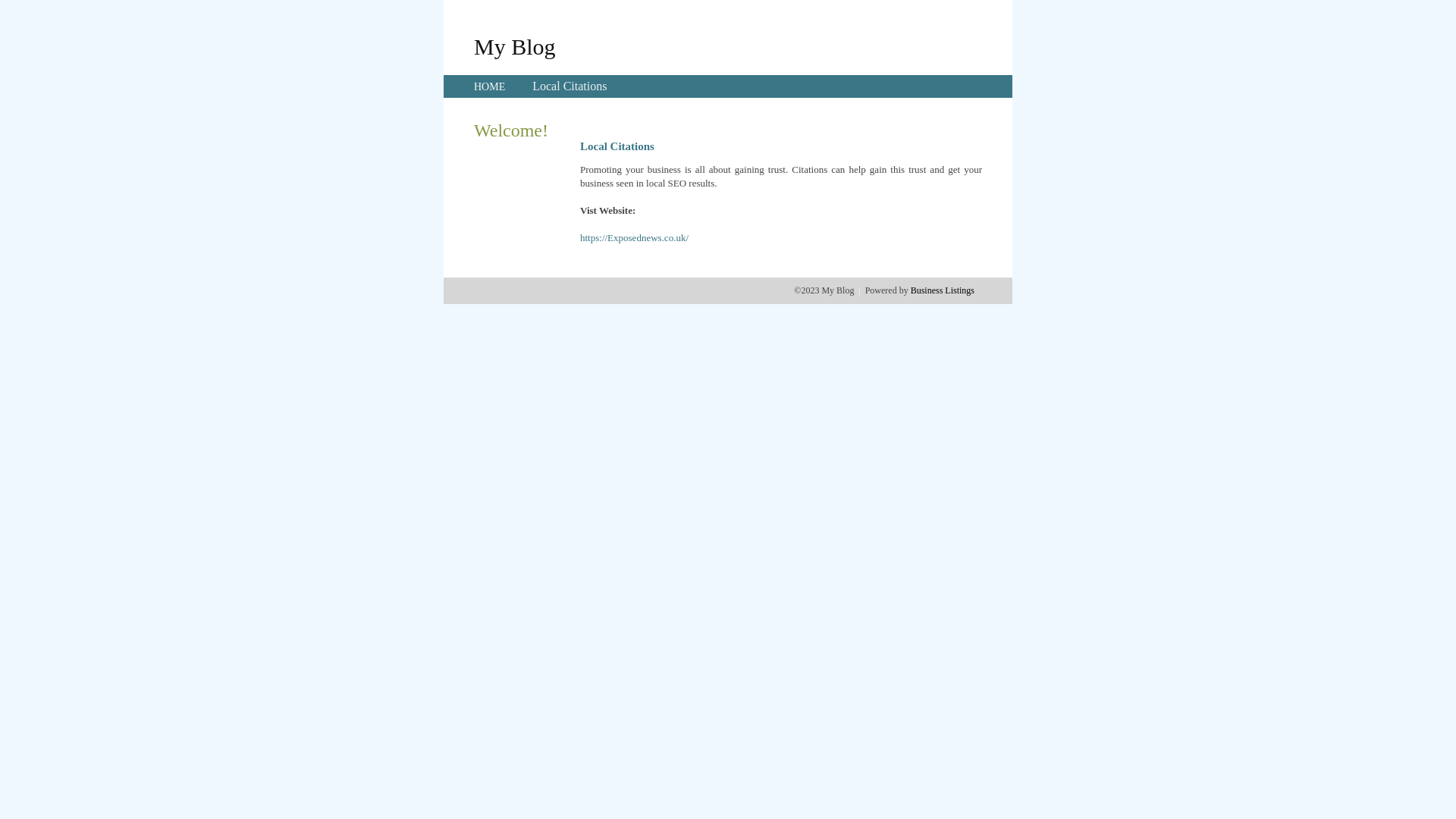  What do you see at coordinates (568, 86) in the screenshot?
I see `'Local Citations'` at bounding box center [568, 86].